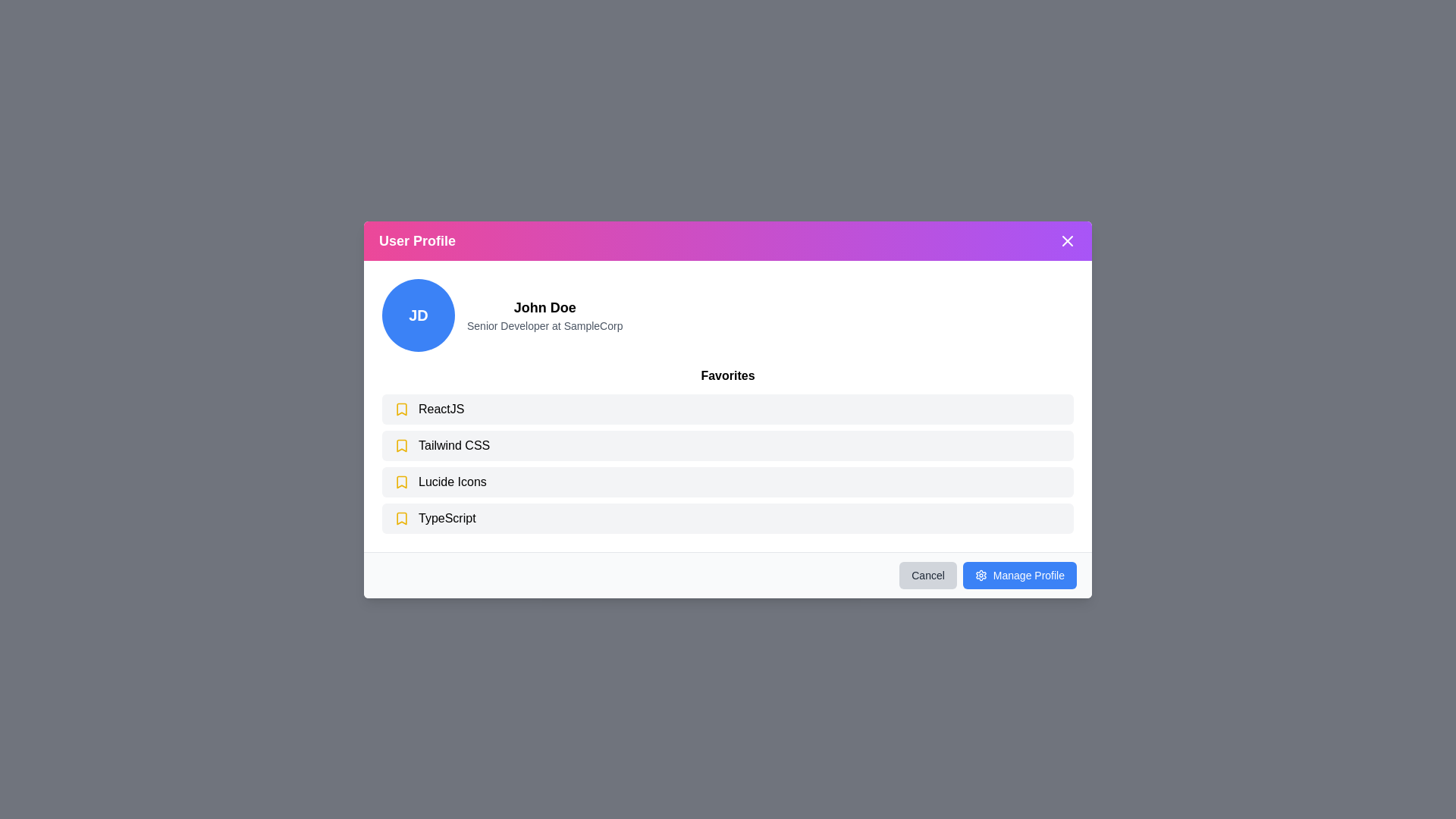  I want to click on the yellow bookmark icon next to the 'Lucide Icons' text in the user's favorites list within the profile dialog, so click(401, 482).